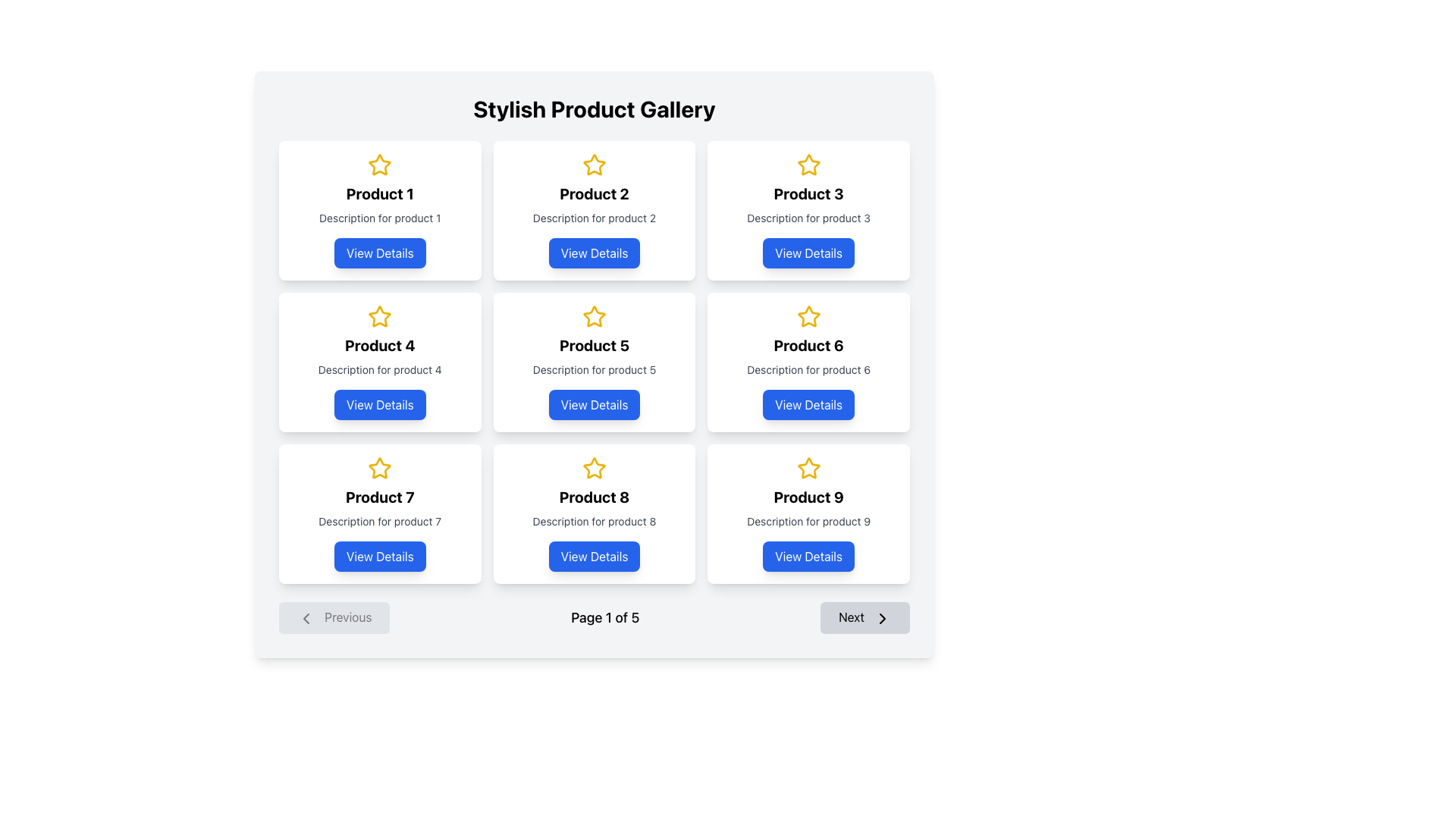 This screenshot has width=1456, height=819. I want to click on the text label displaying 'Description for product 3', which is styled in light gray and located below the 'Product 3' title, so click(808, 218).